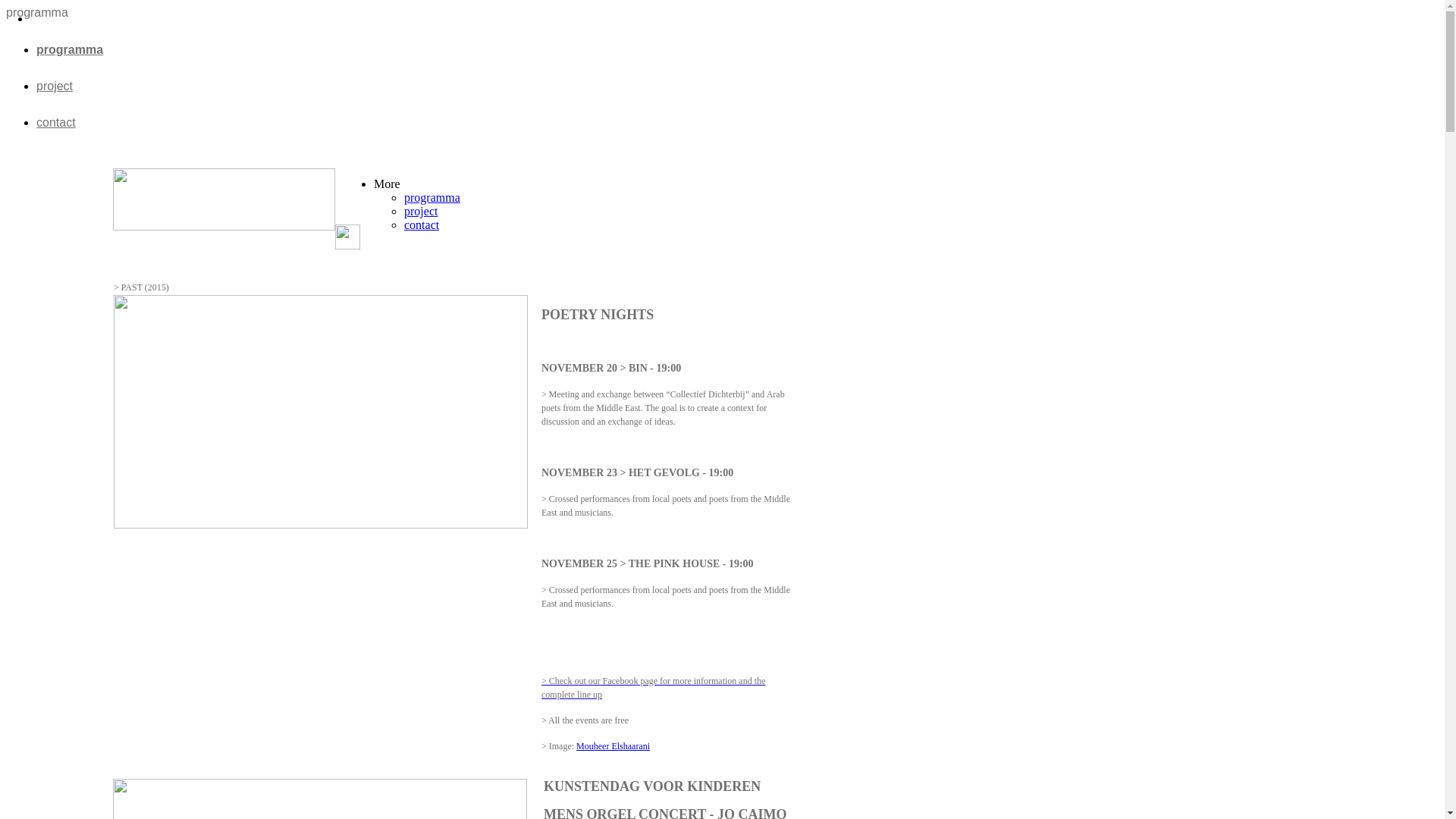 This screenshot has width=1456, height=819. Describe the element at coordinates (55, 121) in the screenshot. I see `'contact'` at that location.